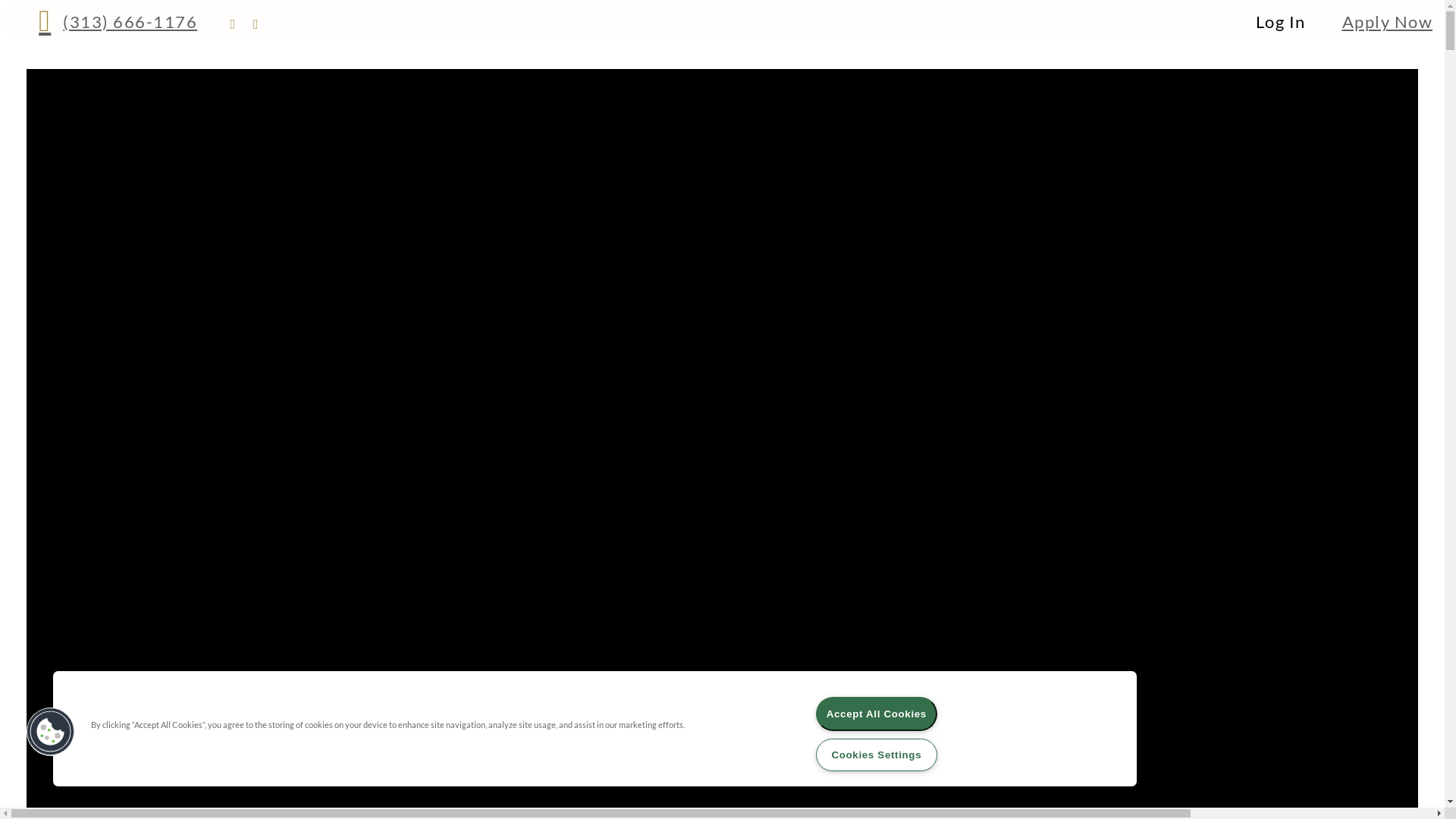  I want to click on 'Log In', so click(1280, 20).